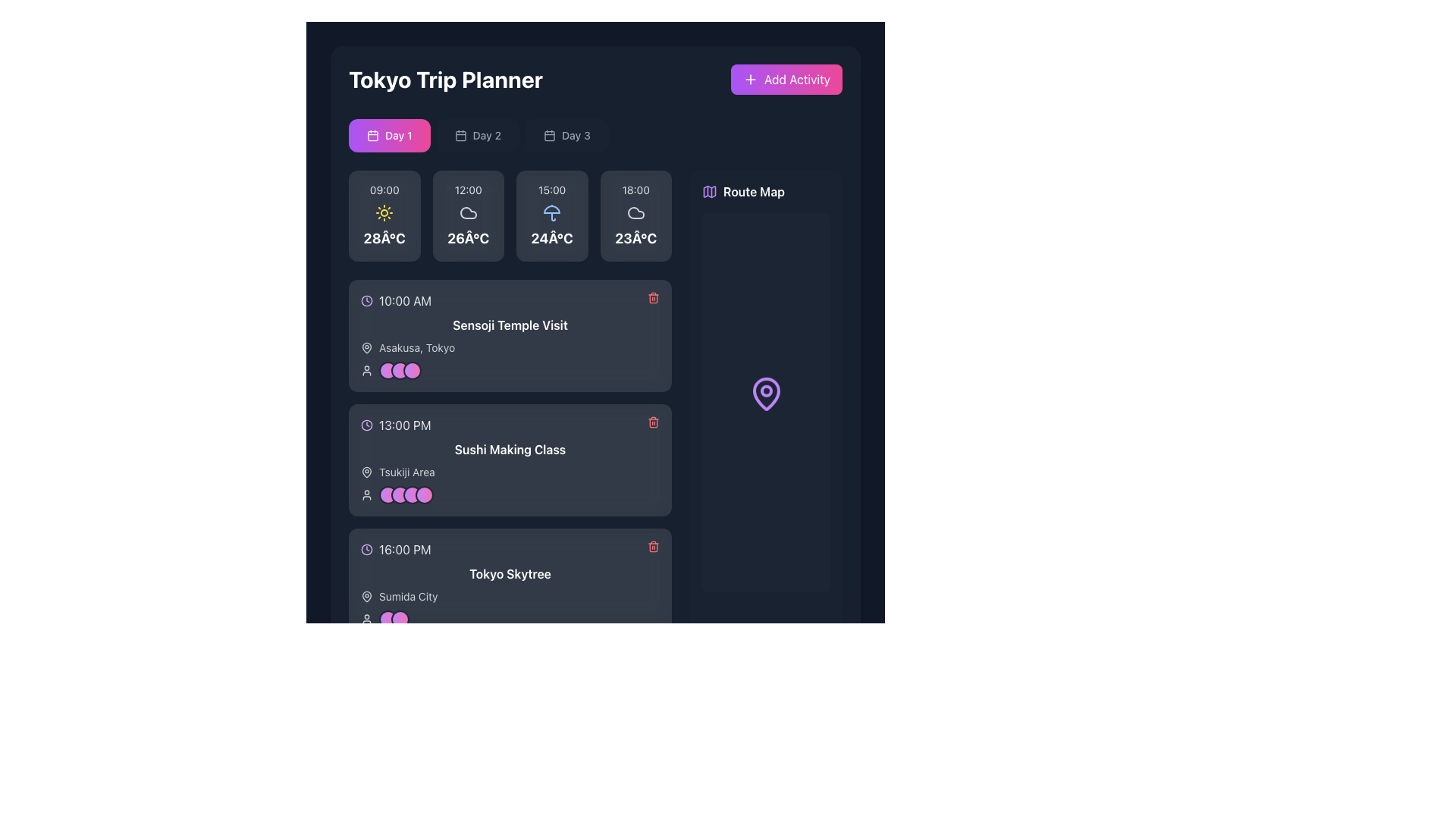 The image size is (1456, 819). Describe the element at coordinates (384, 213) in the screenshot. I see `the sun icon representing sunny weather in the first weather panel, which indicates a temperature of 28°C at 09:00` at that location.